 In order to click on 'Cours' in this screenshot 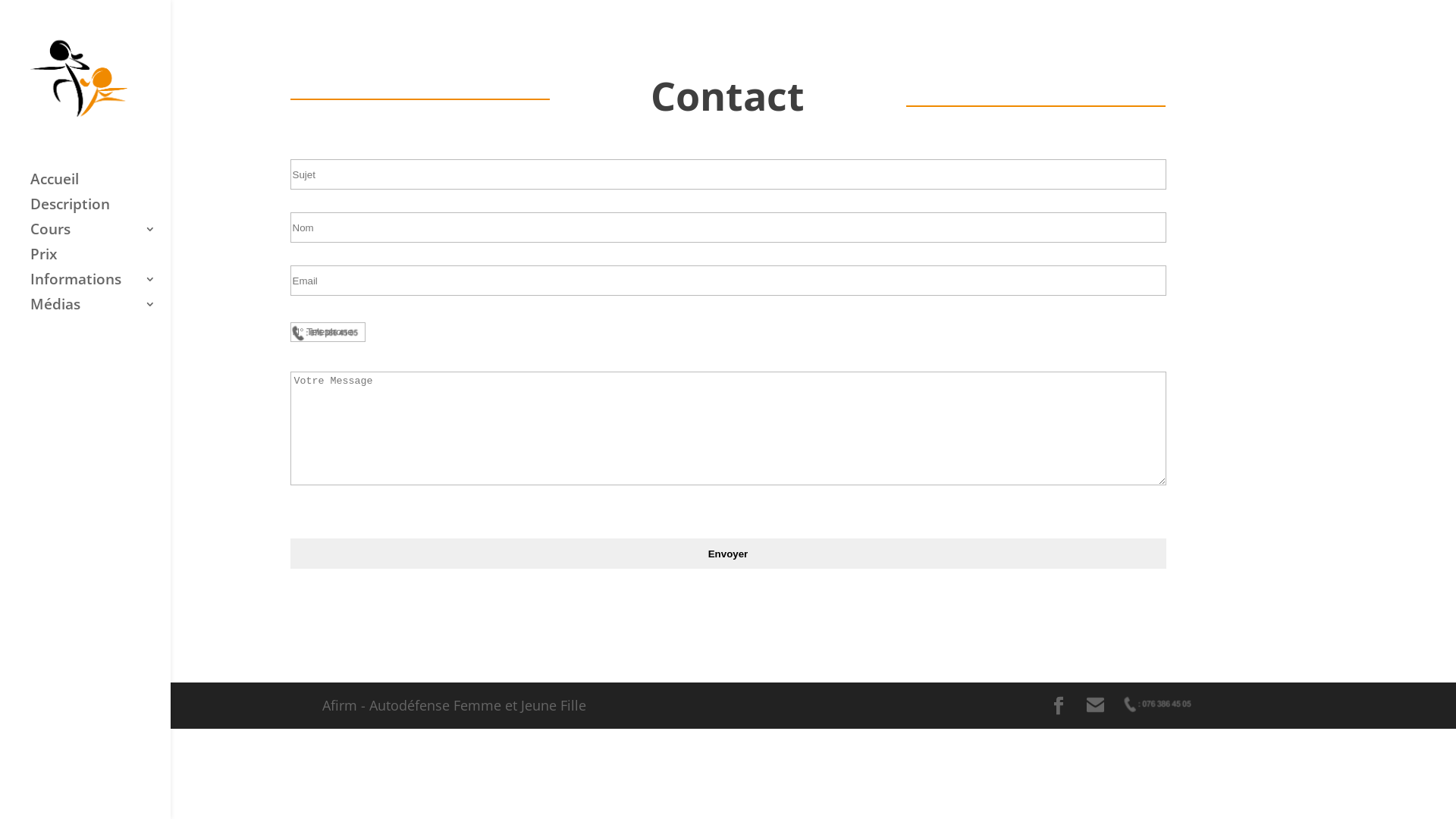, I will do `click(99, 236)`.